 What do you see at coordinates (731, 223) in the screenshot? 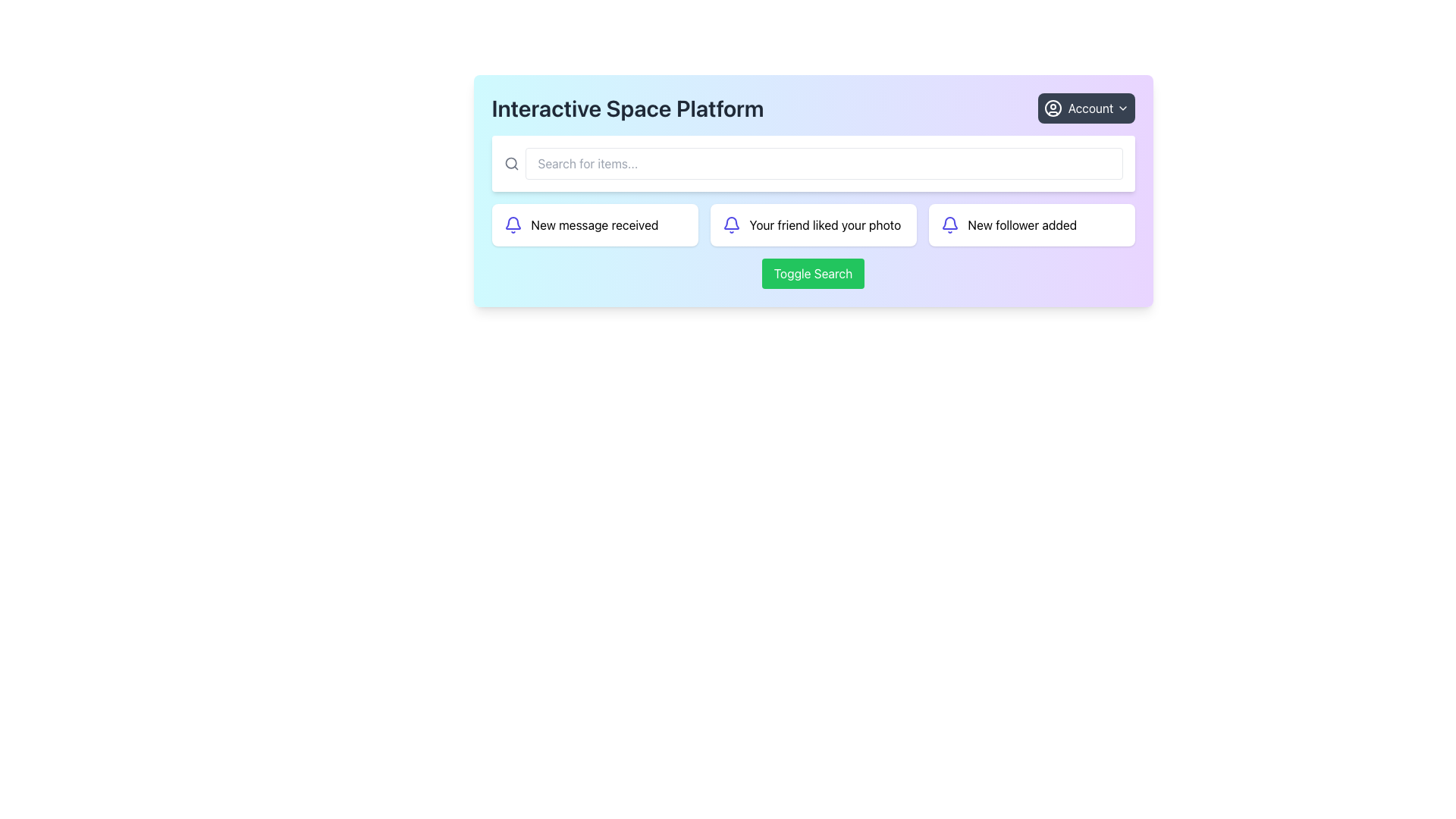
I see `style properties of the main bell shape vector graphic within the SVG icon that represents the notification system by using developer tools` at bounding box center [731, 223].